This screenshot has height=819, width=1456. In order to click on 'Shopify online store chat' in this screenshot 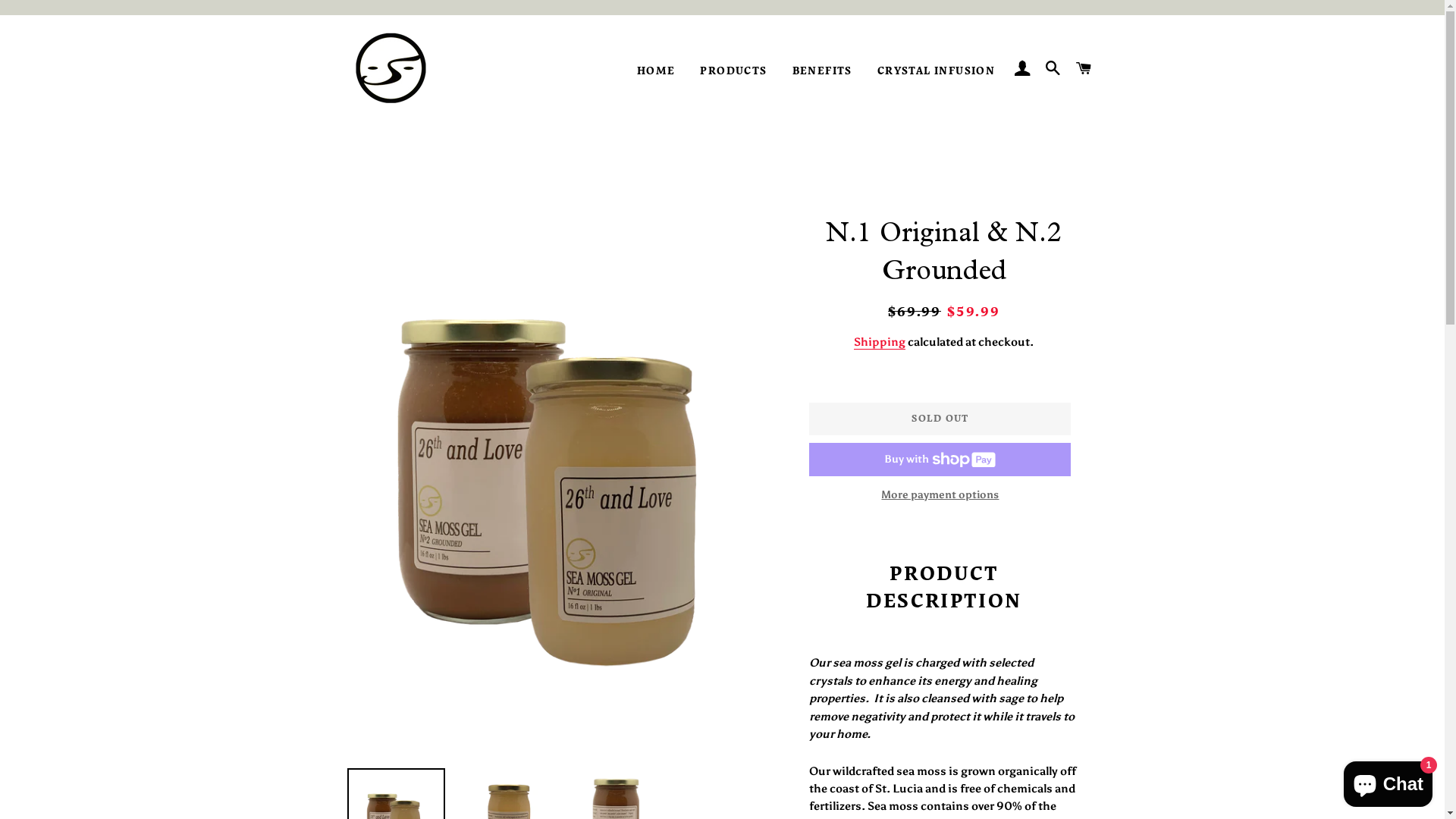, I will do `click(1388, 780)`.